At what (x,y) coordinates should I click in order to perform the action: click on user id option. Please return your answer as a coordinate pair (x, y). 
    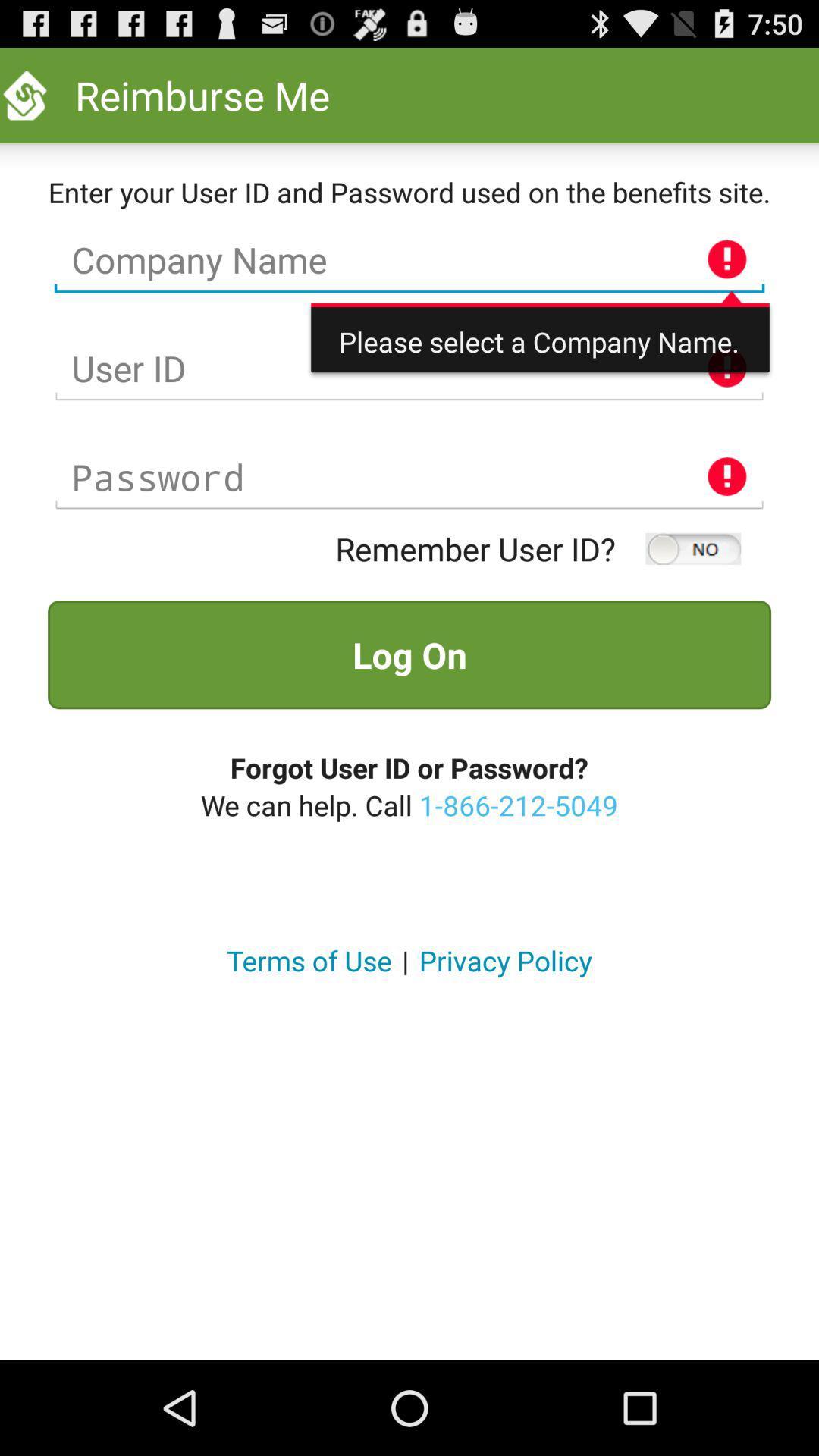
    Looking at the image, I should click on (409, 369).